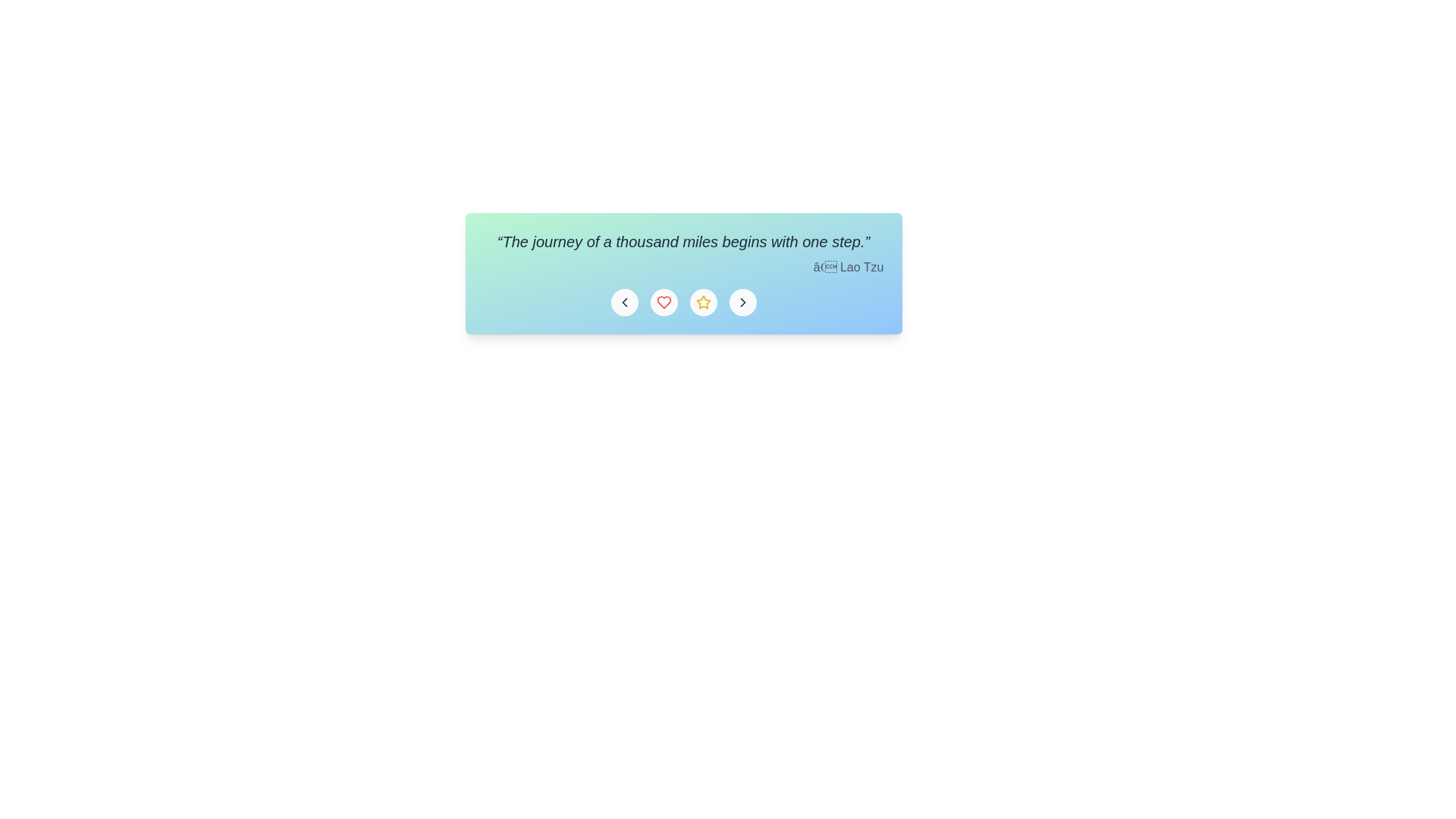  What do you see at coordinates (624, 302) in the screenshot?
I see `the leftward pointing chevron icon within the first circular button in a row of four buttons, located below the quote text area` at bounding box center [624, 302].